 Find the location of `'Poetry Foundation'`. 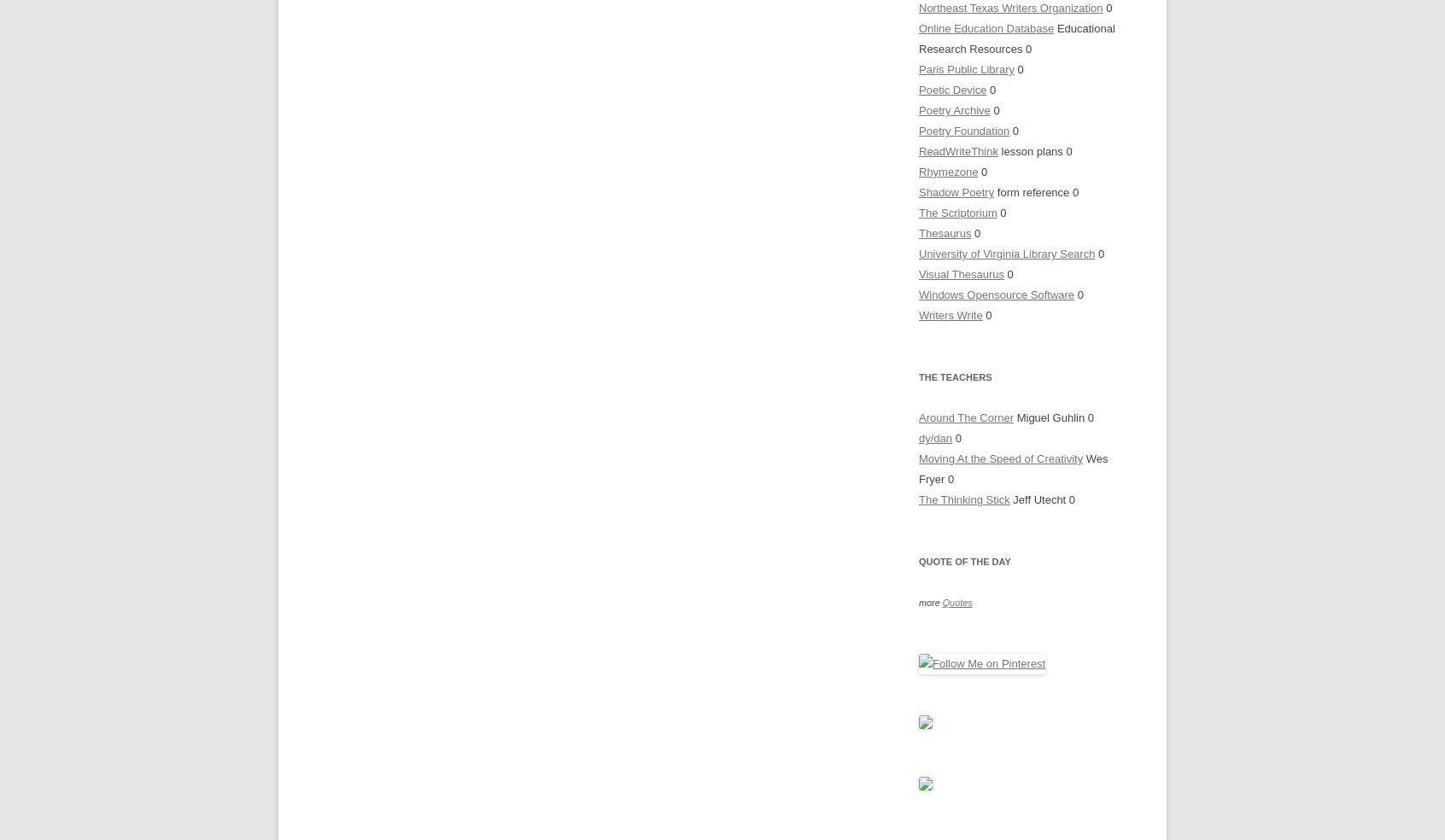

'Poetry Foundation' is located at coordinates (918, 131).